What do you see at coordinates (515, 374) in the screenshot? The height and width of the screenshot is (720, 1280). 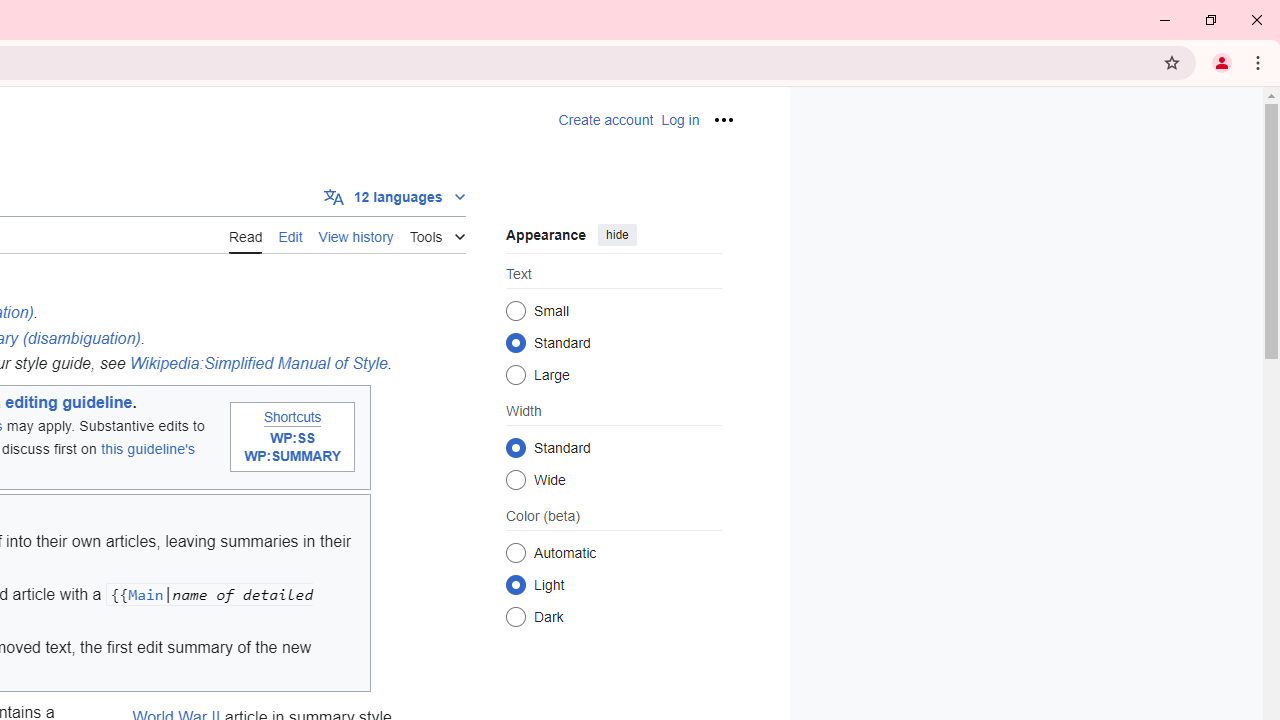 I see `'Large'` at bounding box center [515, 374].